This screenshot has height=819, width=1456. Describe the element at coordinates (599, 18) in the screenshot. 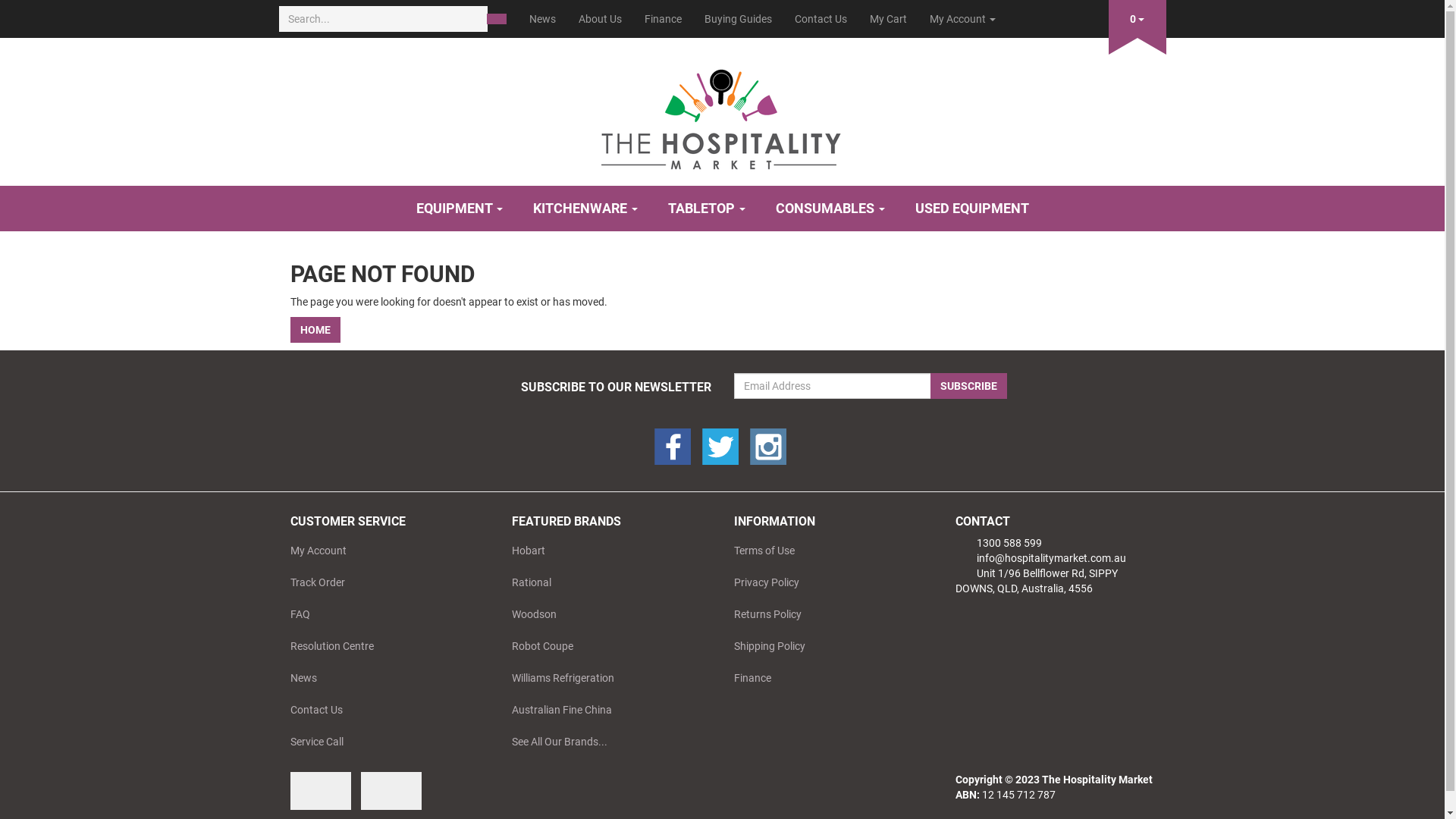

I see `'About Us'` at that location.